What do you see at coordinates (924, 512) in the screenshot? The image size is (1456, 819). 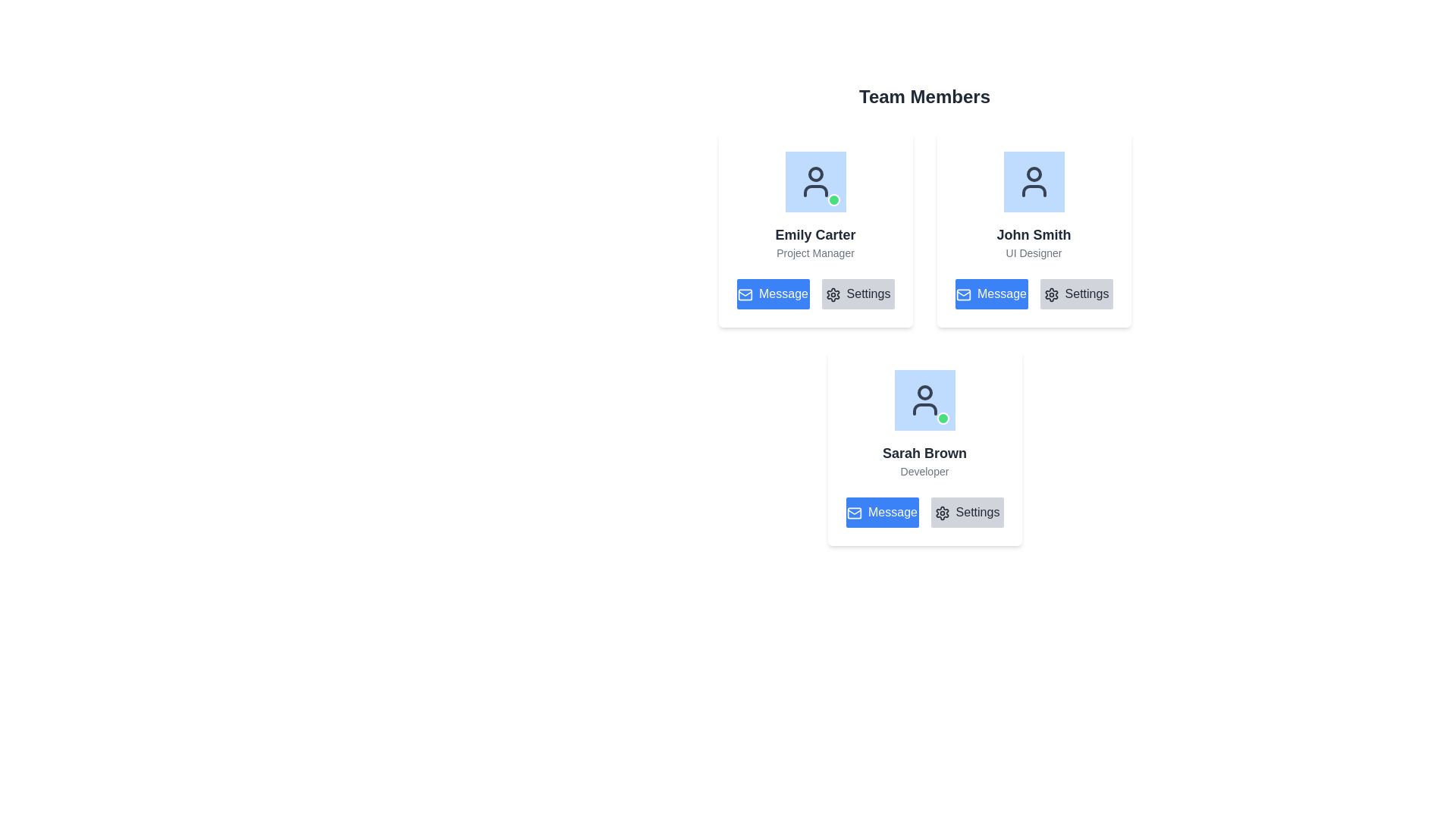 I see `the gray 'Settings' button with a gear icon located at the bottom of the card labeled 'Sarah Brown, Developer'` at bounding box center [924, 512].